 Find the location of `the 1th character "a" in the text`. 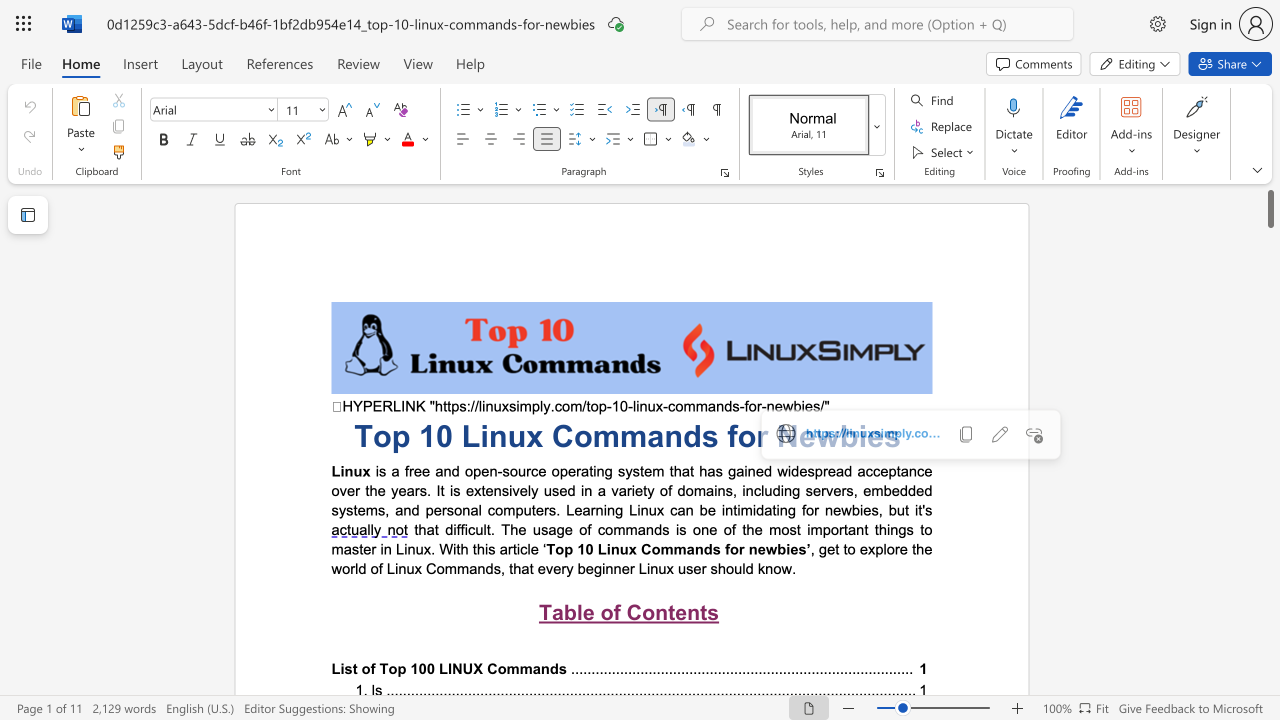

the 1th character "a" in the text is located at coordinates (655, 435).